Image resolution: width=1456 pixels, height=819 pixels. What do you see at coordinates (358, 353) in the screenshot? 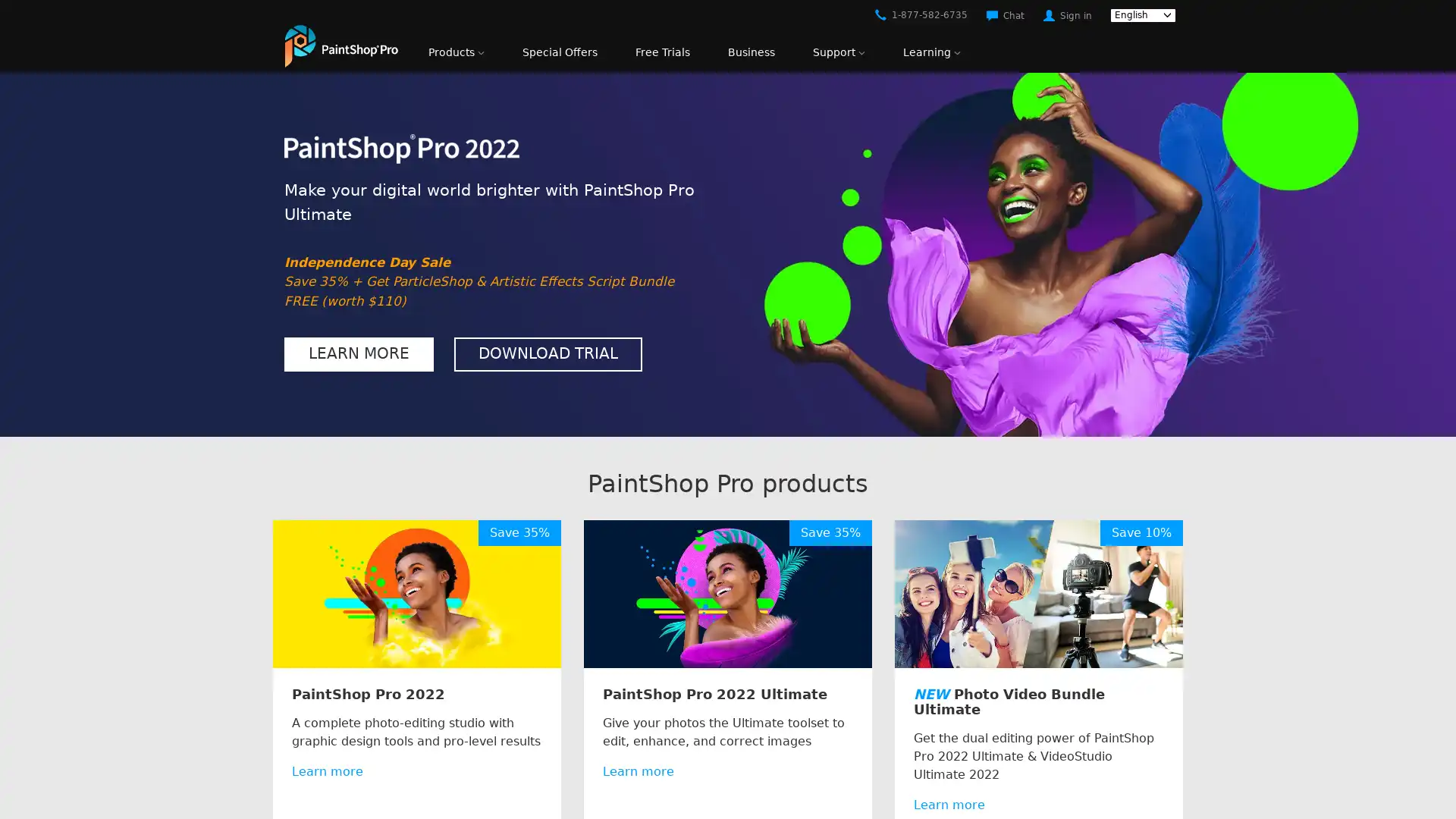
I see `LEARN MORE` at bounding box center [358, 353].